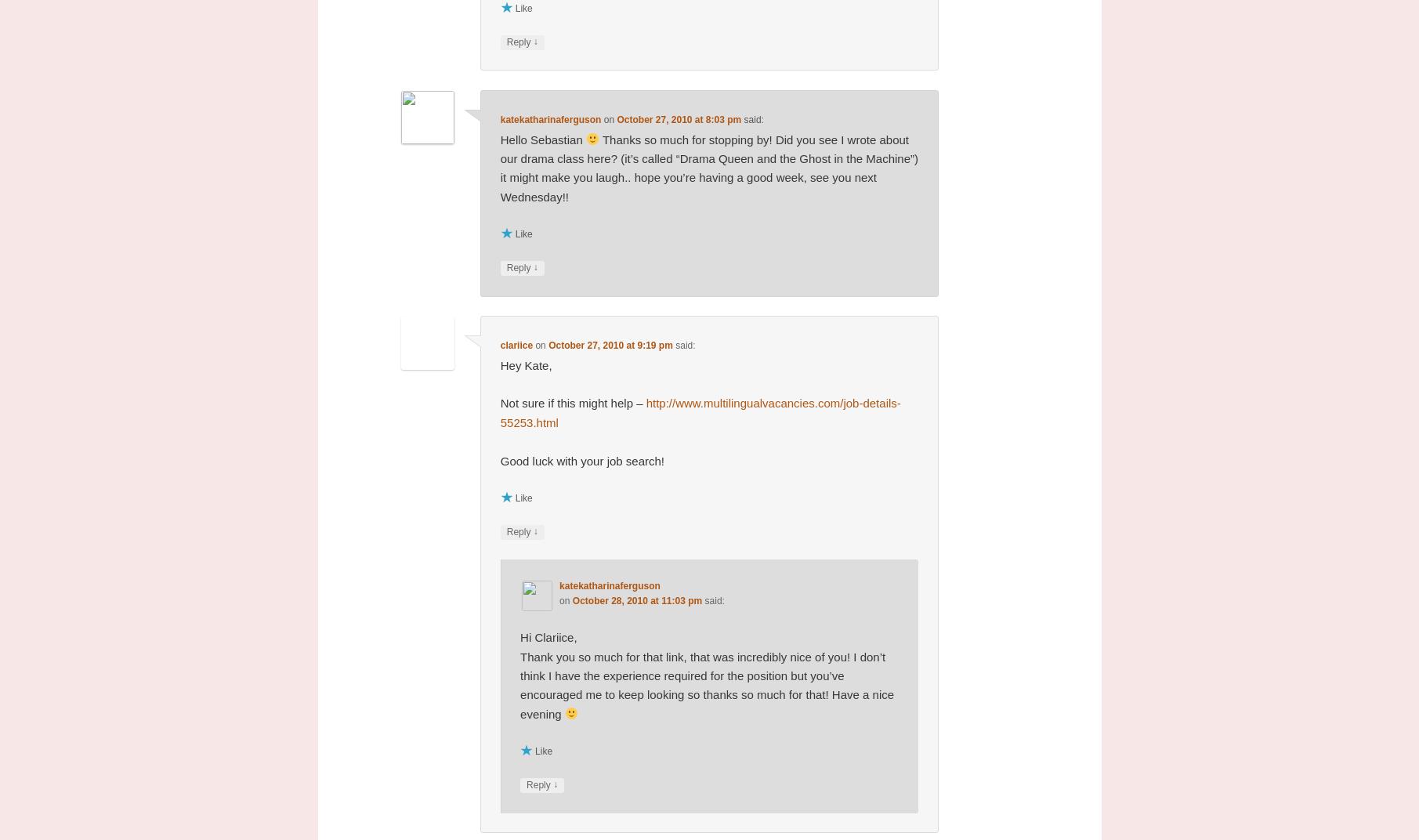 This screenshot has width=1419, height=840. What do you see at coordinates (516, 345) in the screenshot?
I see `'clariice'` at bounding box center [516, 345].